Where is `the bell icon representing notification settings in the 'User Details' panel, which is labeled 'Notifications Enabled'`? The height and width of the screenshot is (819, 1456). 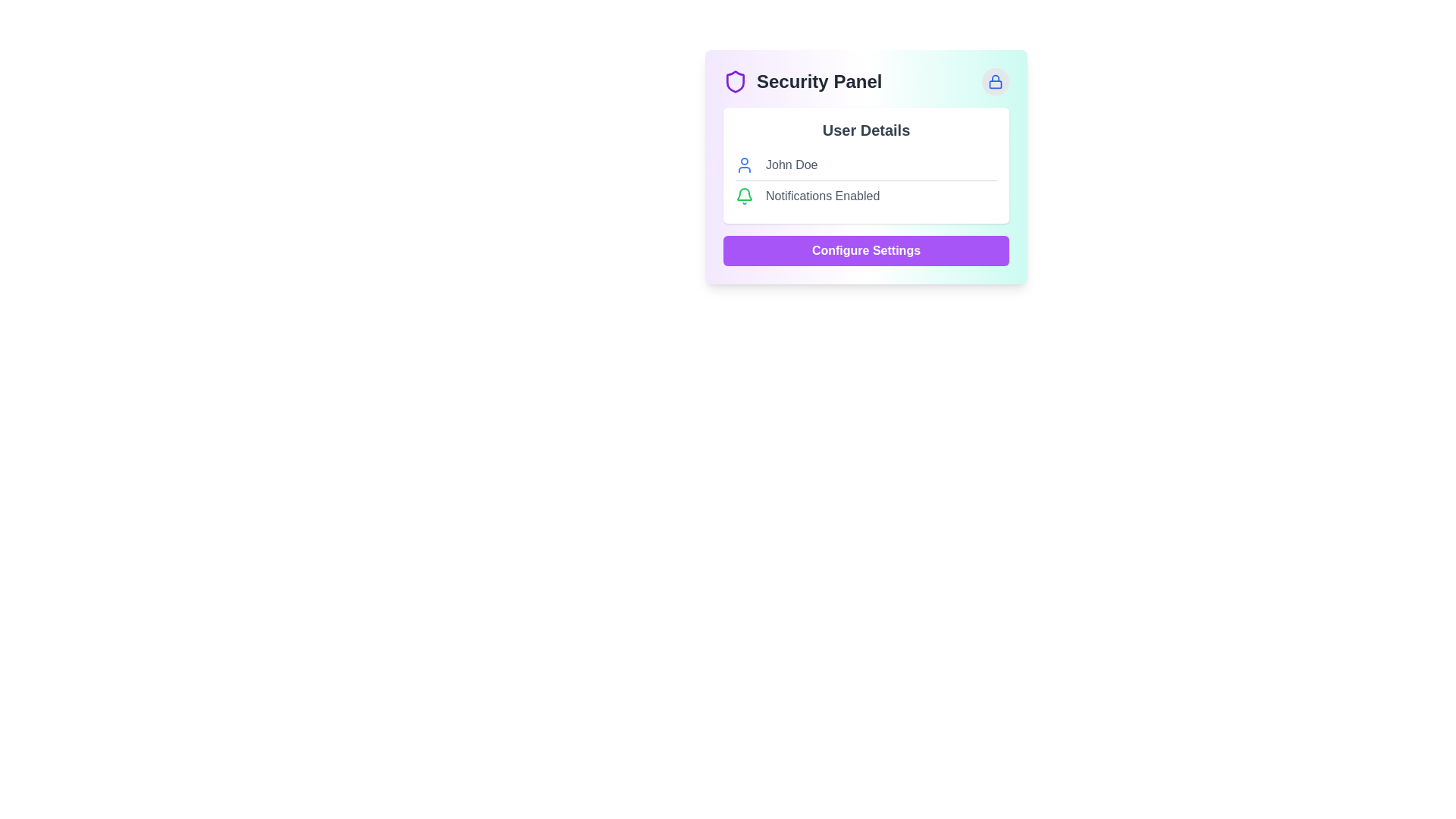 the bell icon representing notification settings in the 'User Details' panel, which is labeled 'Notifications Enabled' is located at coordinates (745, 195).